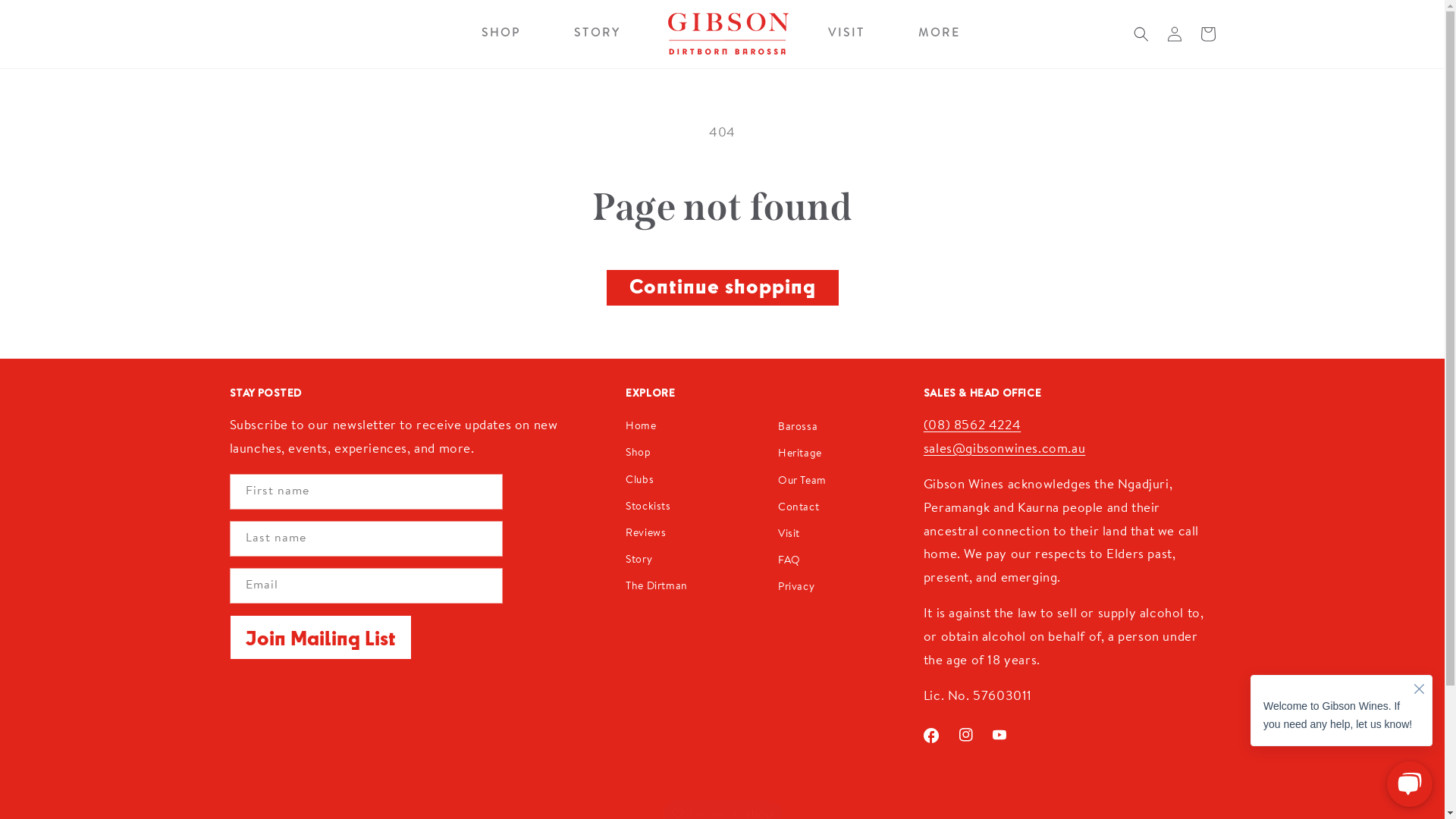 The image size is (1456, 819). I want to click on 'Our Team', so click(801, 482).